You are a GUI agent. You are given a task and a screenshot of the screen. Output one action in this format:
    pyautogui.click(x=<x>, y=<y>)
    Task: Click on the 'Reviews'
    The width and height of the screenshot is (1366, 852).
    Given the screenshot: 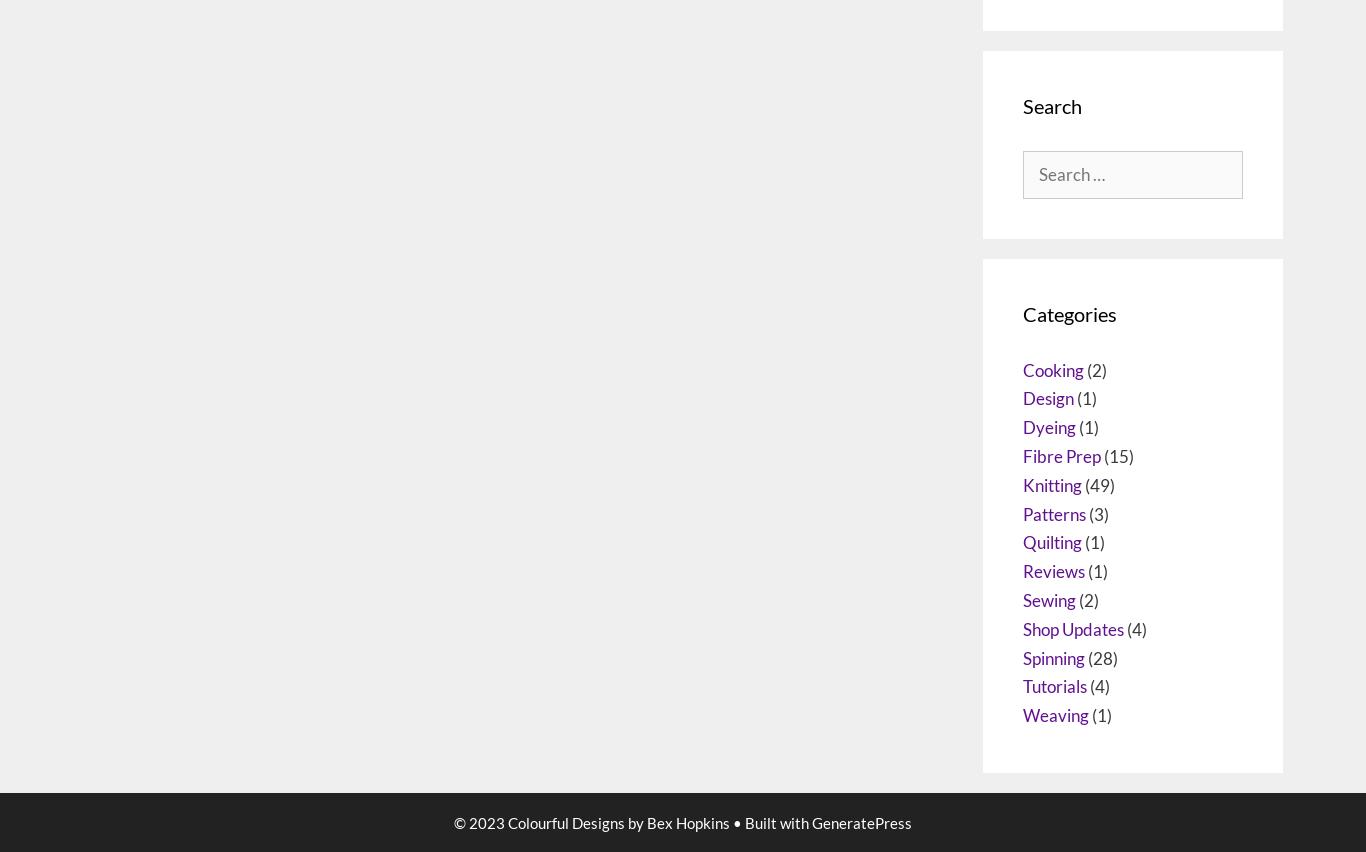 What is the action you would take?
    pyautogui.click(x=1053, y=720)
    